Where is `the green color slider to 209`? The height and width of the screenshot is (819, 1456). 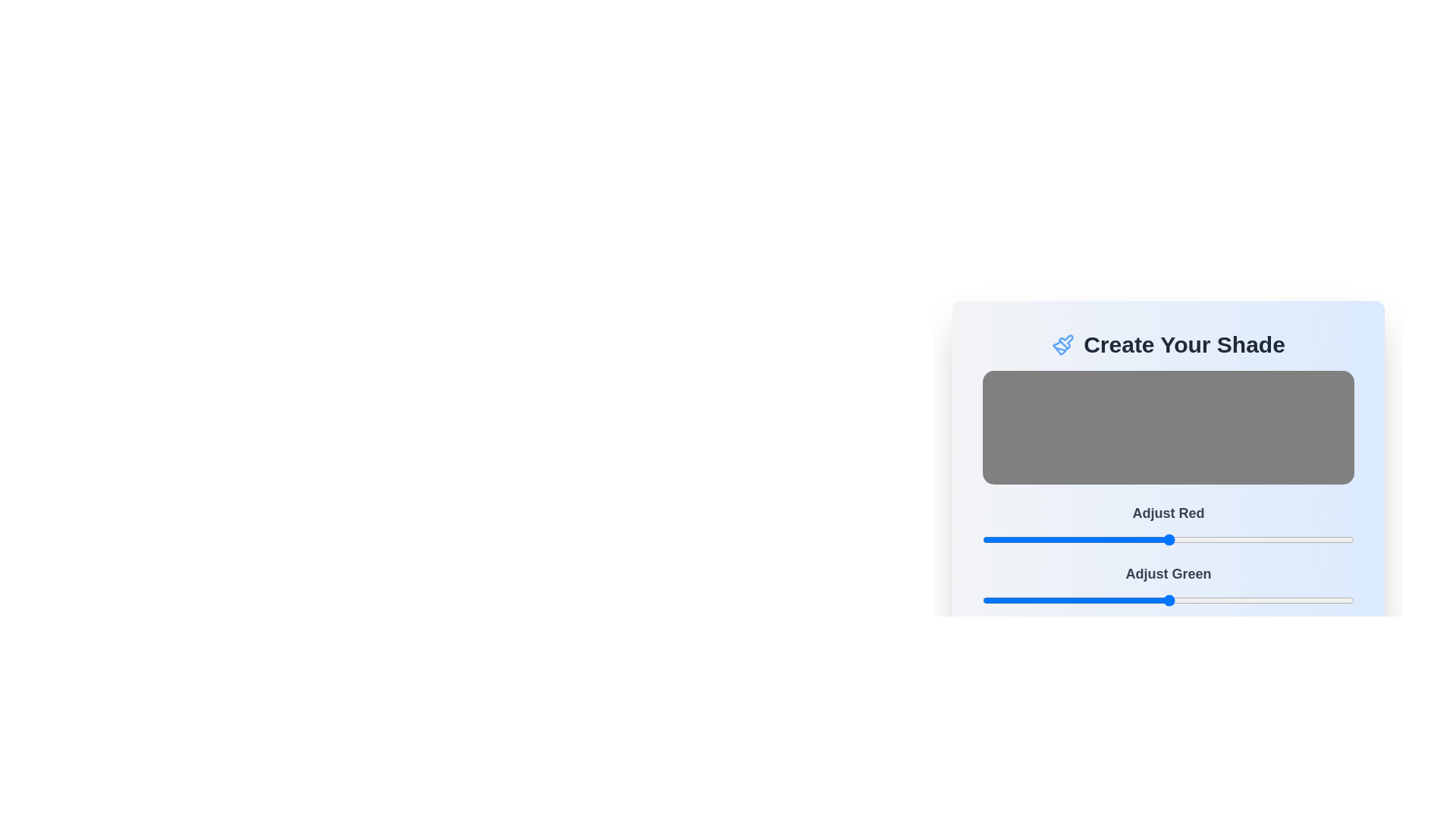 the green color slider to 209 is located at coordinates (1286, 599).